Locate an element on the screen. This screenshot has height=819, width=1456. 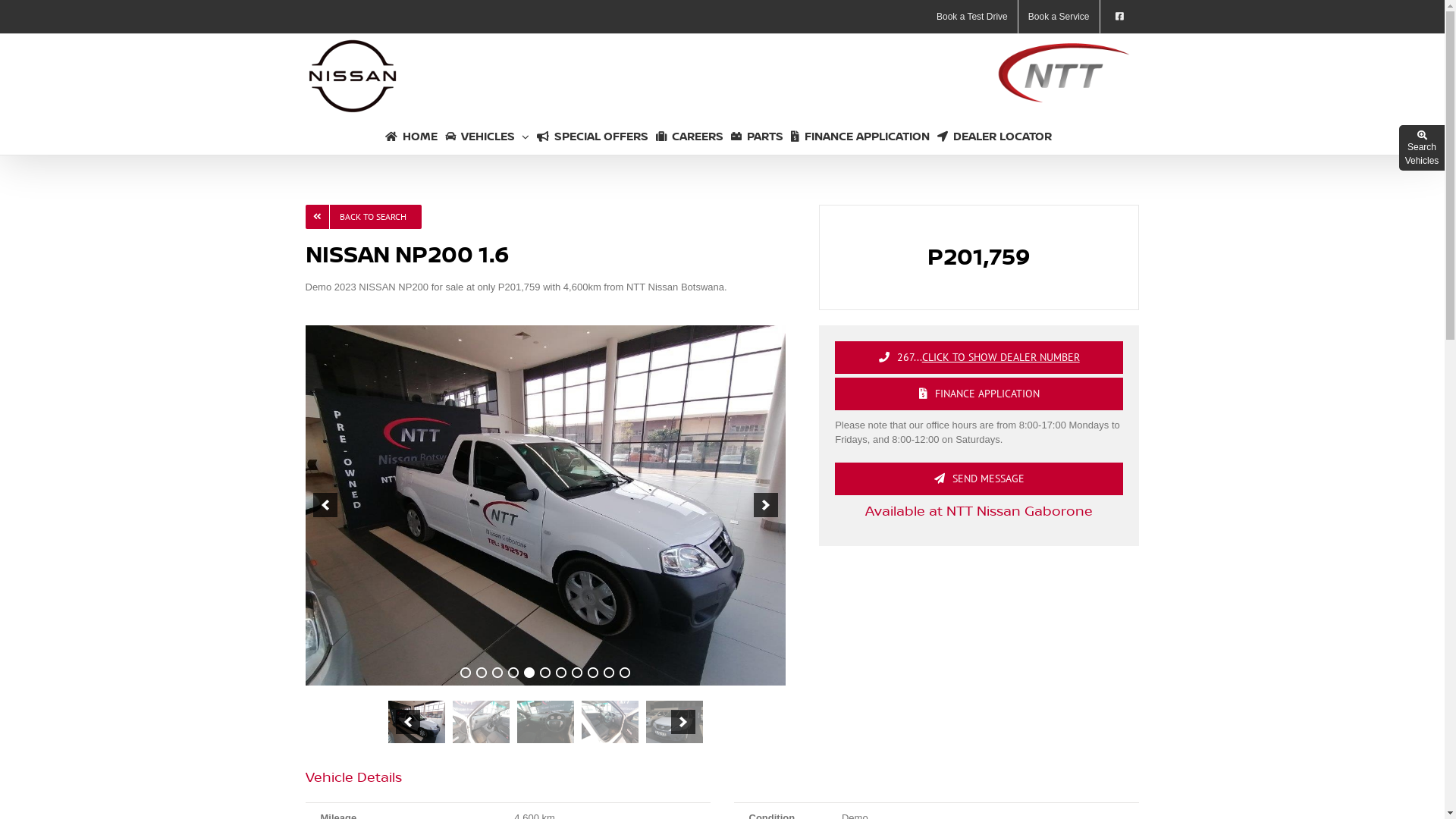
'PARTS' is located at coordinates (757, 134).